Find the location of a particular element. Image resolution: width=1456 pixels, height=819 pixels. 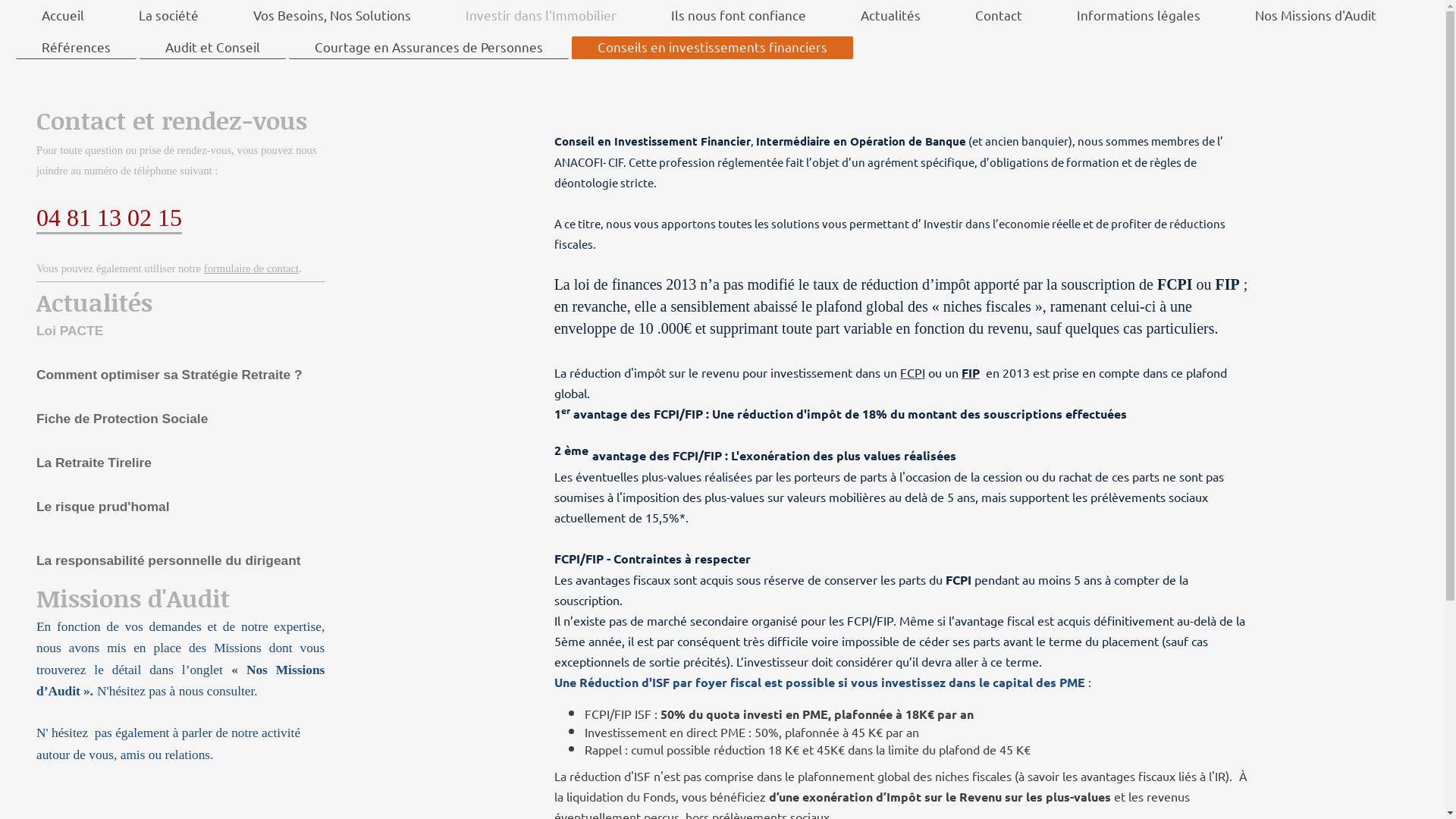

'Accueil' is located at coordinates (61, 15).